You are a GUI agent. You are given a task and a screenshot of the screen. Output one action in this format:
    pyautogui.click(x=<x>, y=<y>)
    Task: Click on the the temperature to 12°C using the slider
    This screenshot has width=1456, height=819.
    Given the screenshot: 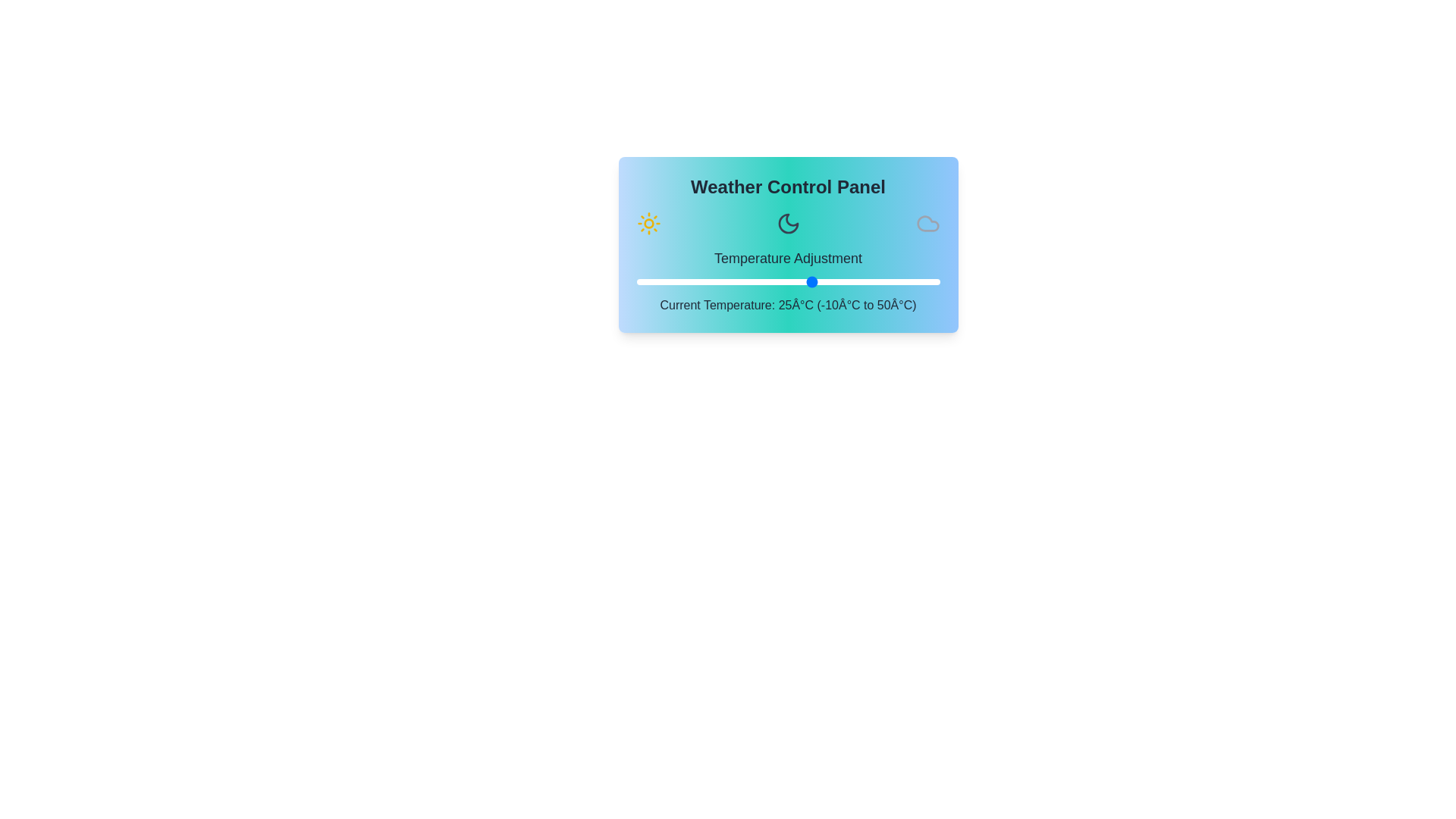 What is the action you would take?
    pyautogui.click(x=748, y=281)
    